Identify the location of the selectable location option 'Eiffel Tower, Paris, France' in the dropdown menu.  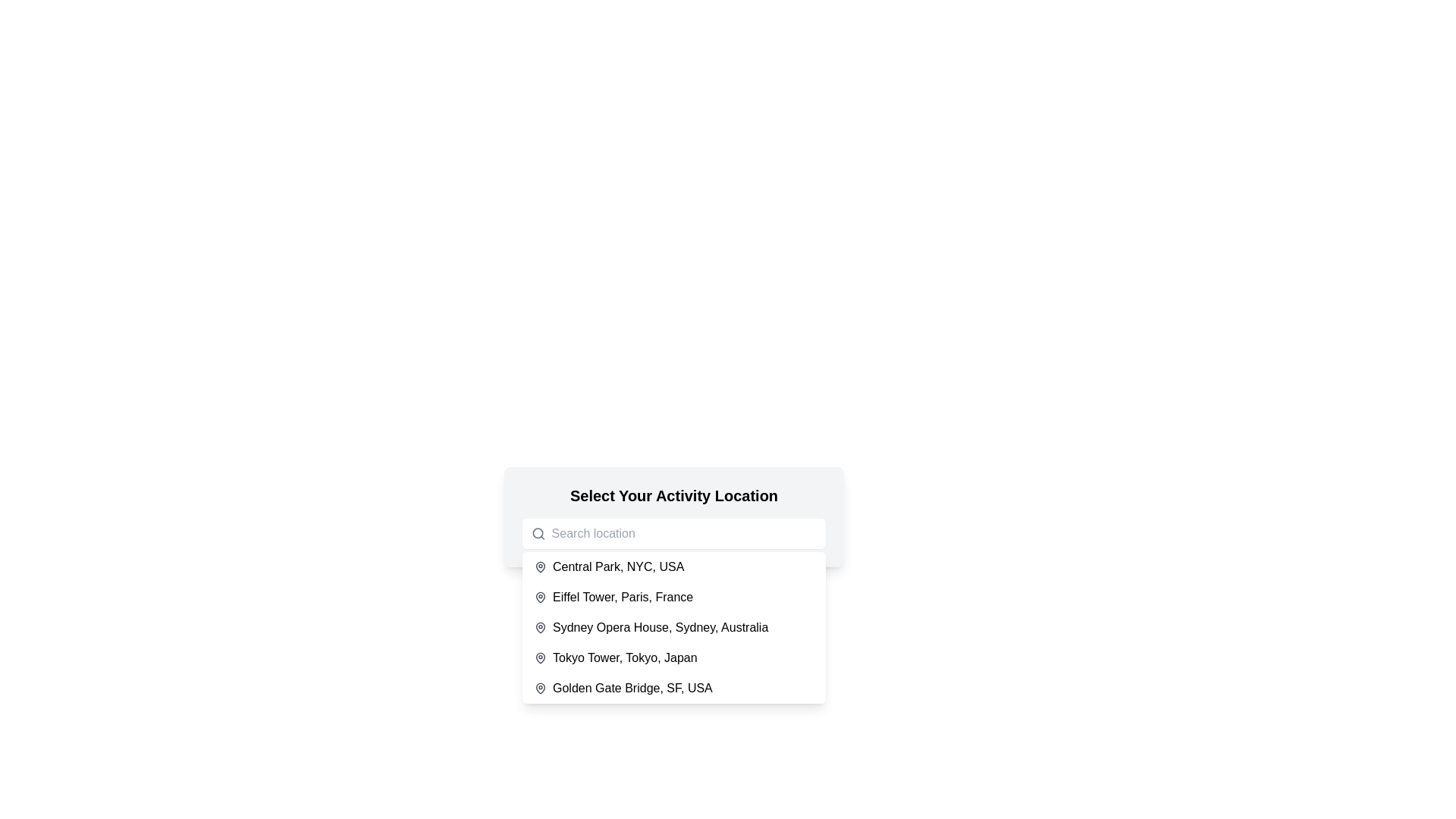
(623, 596).